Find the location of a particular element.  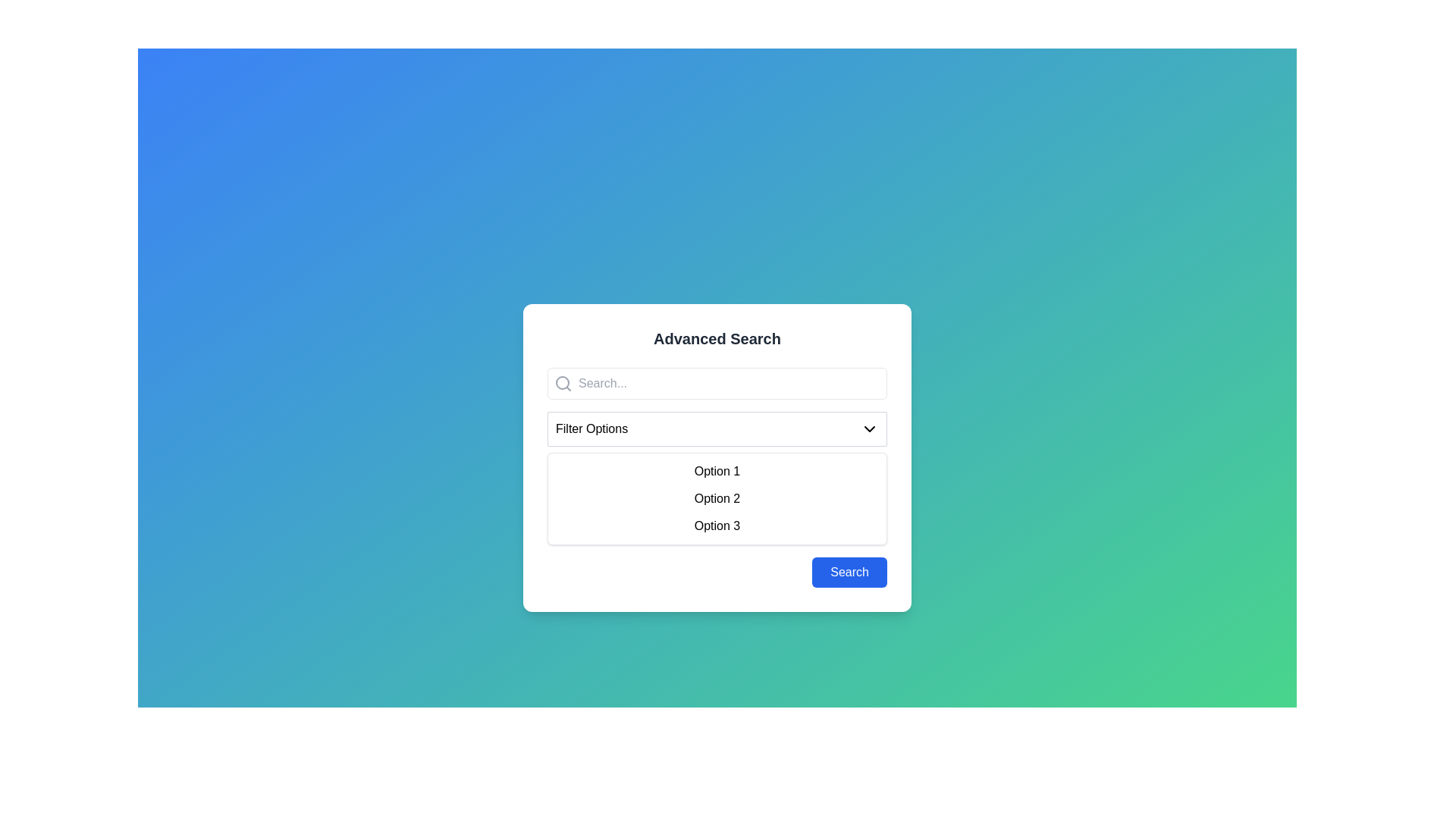

one of the options in the dropdown menu labeled 'Filter Options' is located at coordinates (716, 476).